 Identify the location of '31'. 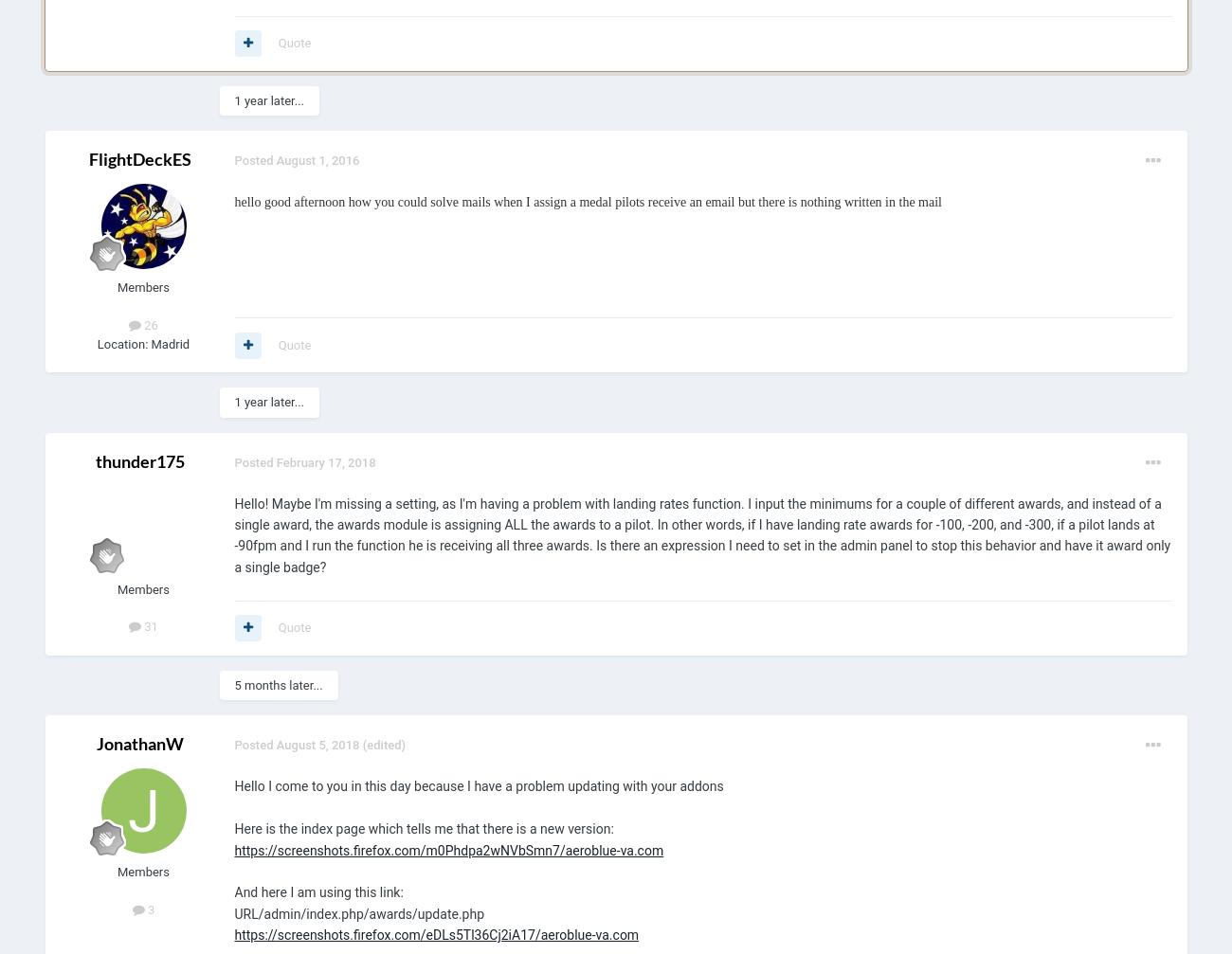
(148, 625).